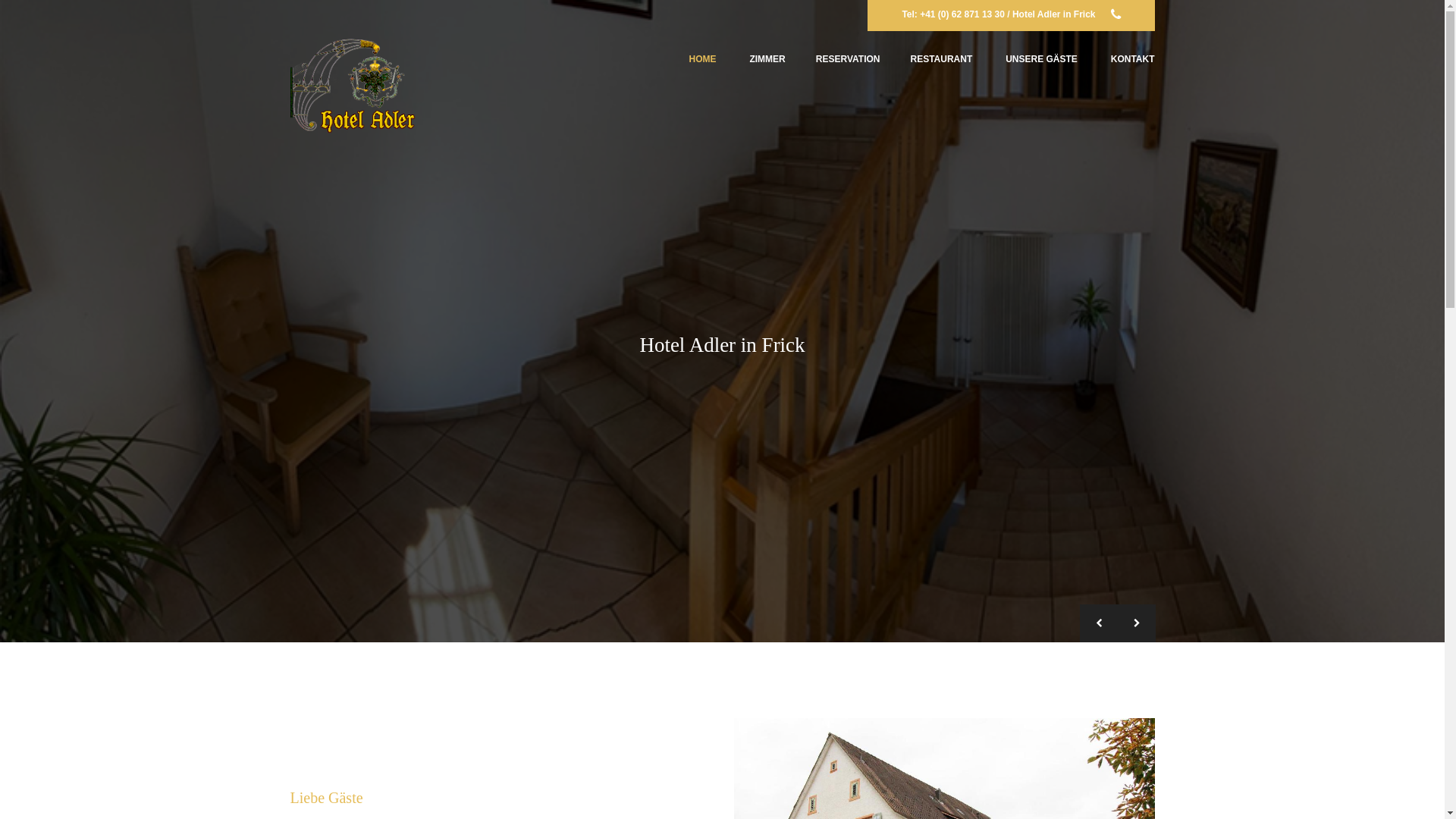  What do you see at coordinates (767, 58) in the screenshot?
I see `'ZIMMER'` at bounding box center [767, 58].